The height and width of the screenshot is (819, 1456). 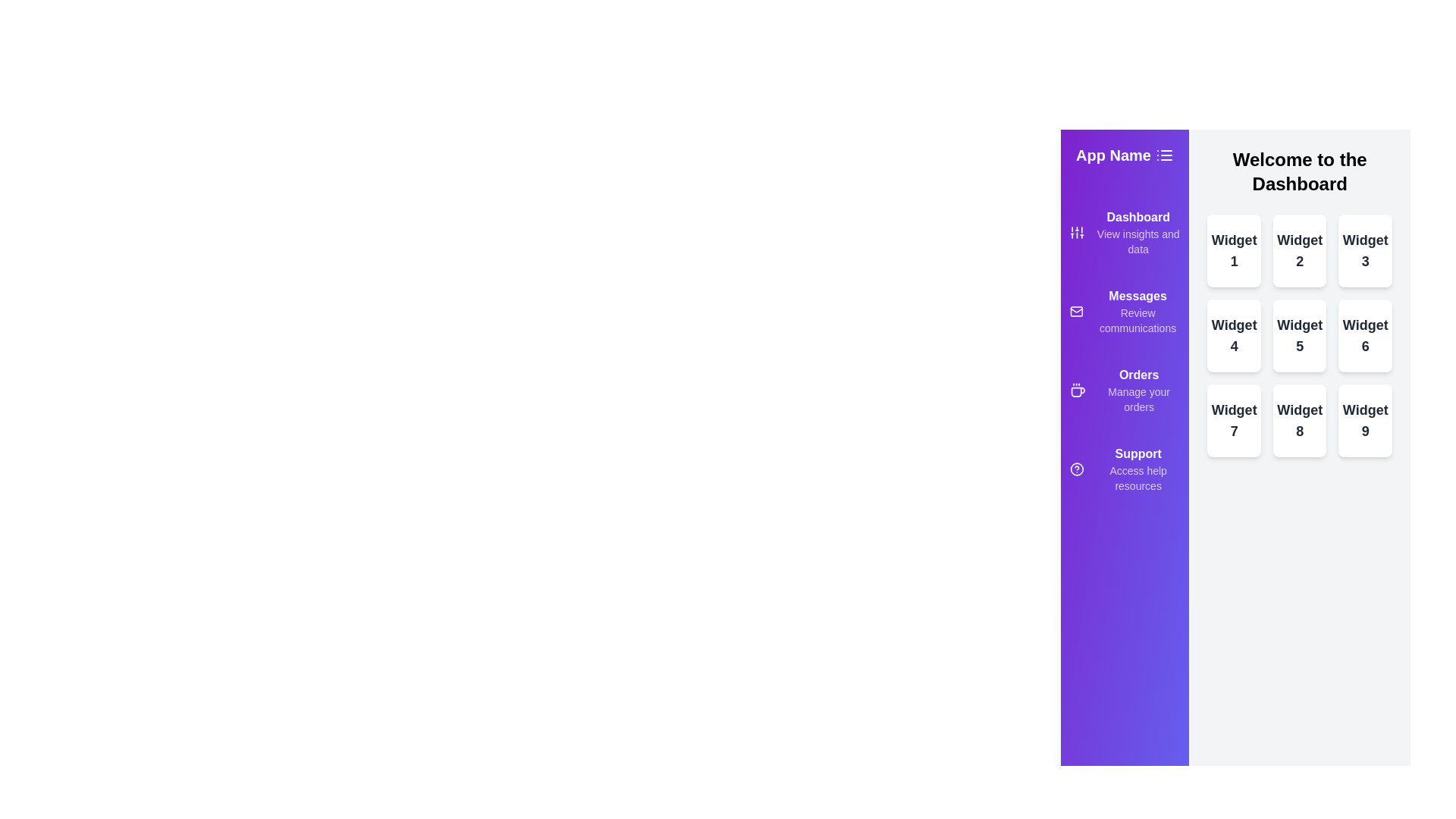 I want to click on the menu item Orders, so click(x=1125, y=390).